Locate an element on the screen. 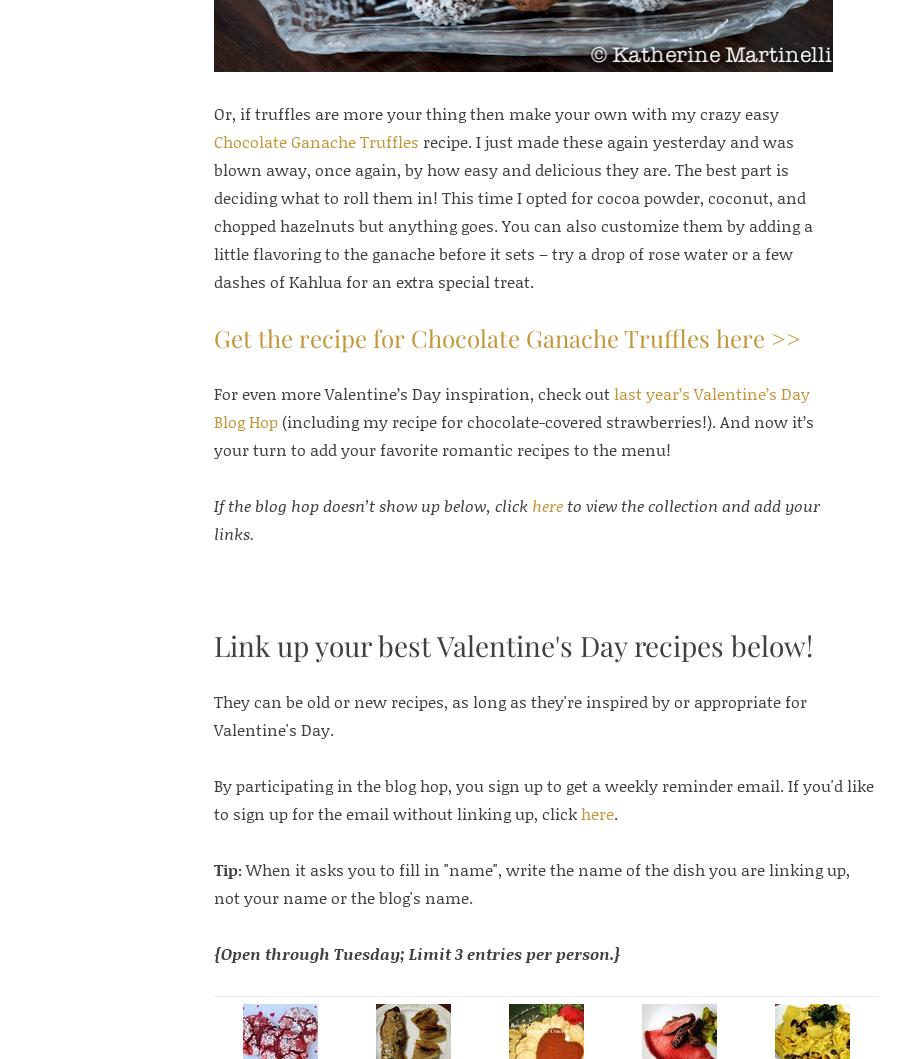 Image resolution: width=900 pixels, height=1059 pixels. 'They can be old or new recipes, as long as they're inspired by or appropriate for Valentine's Day.' is located at coordinates (508, 714).